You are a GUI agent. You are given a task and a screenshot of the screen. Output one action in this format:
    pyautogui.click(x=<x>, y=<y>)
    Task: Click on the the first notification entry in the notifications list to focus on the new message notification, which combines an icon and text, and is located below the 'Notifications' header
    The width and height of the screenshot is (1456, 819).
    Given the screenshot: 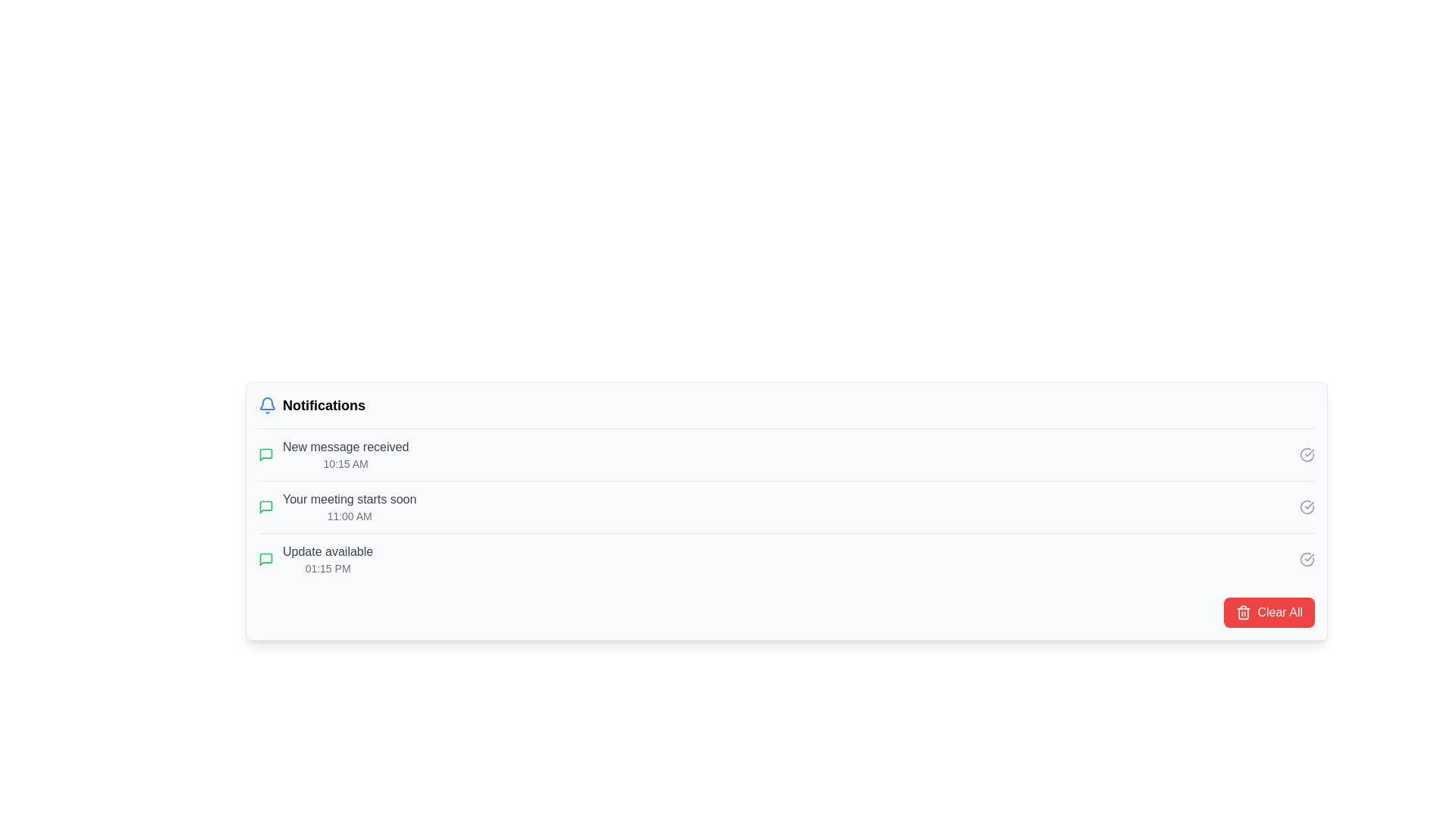 What is the action you would take?
    pyautogui.click(x=333, y=454)
    